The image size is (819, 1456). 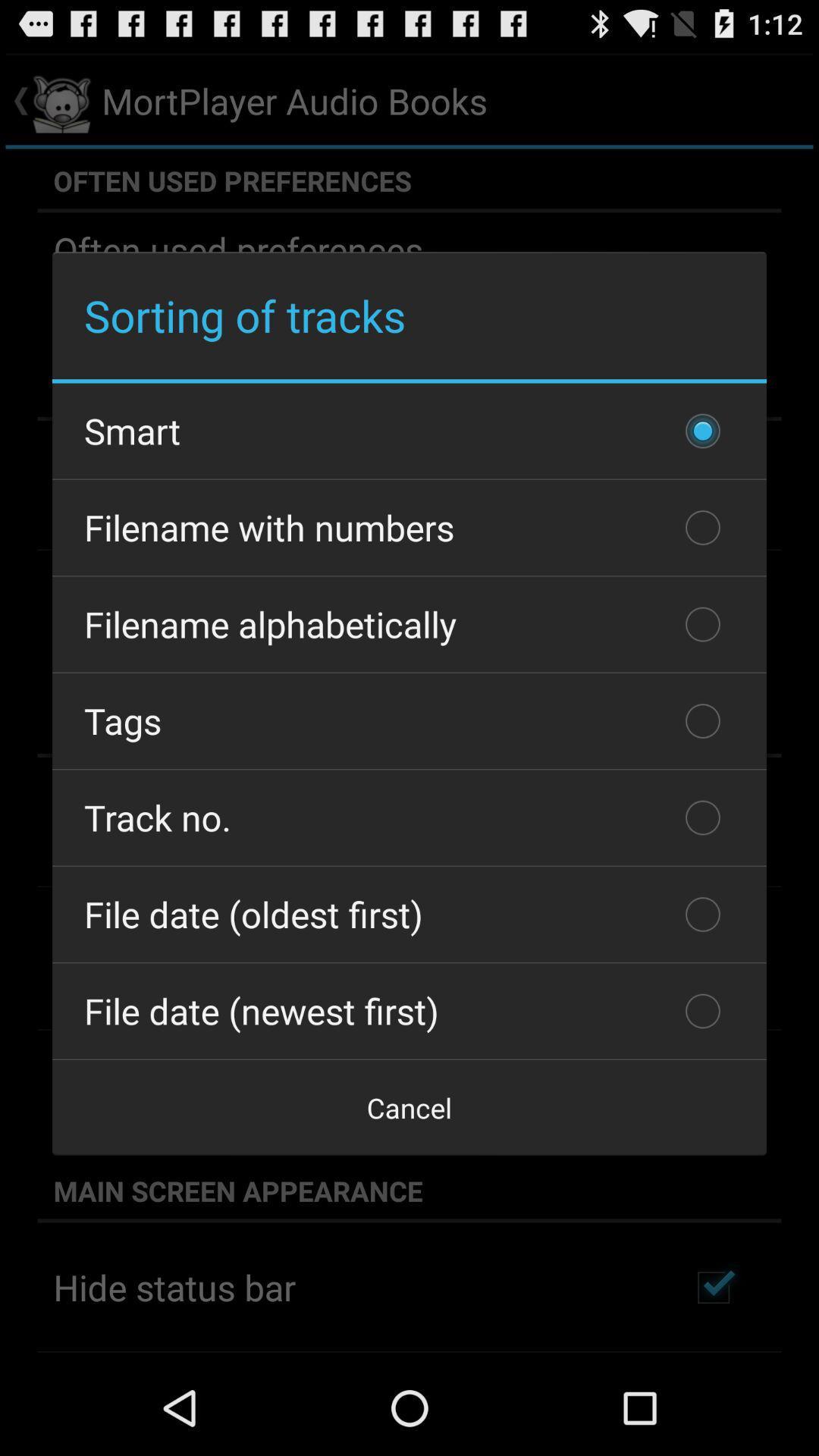 What do you see at coordinates (409, 1107) in the screenshot?
I see `cancel` at bounding box center [409, 1107].